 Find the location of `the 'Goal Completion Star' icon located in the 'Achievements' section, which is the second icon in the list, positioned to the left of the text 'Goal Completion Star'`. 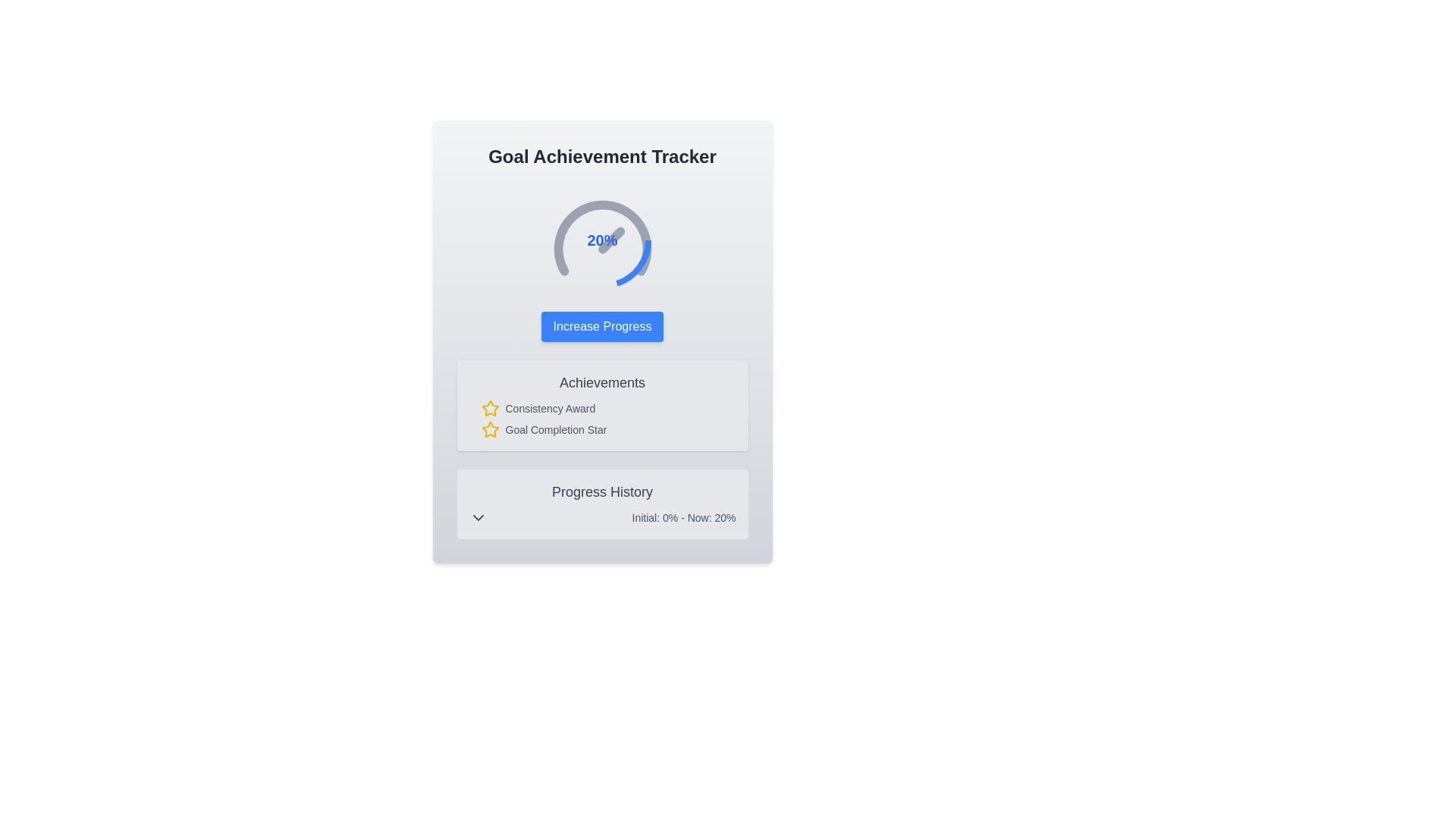

the 'Goal Completion Star' icon located in the 'Achievements' section, which is the second icon in the list, positioned to the left of the text 'Goal Completion Star' is located at coordinates (490, 430).